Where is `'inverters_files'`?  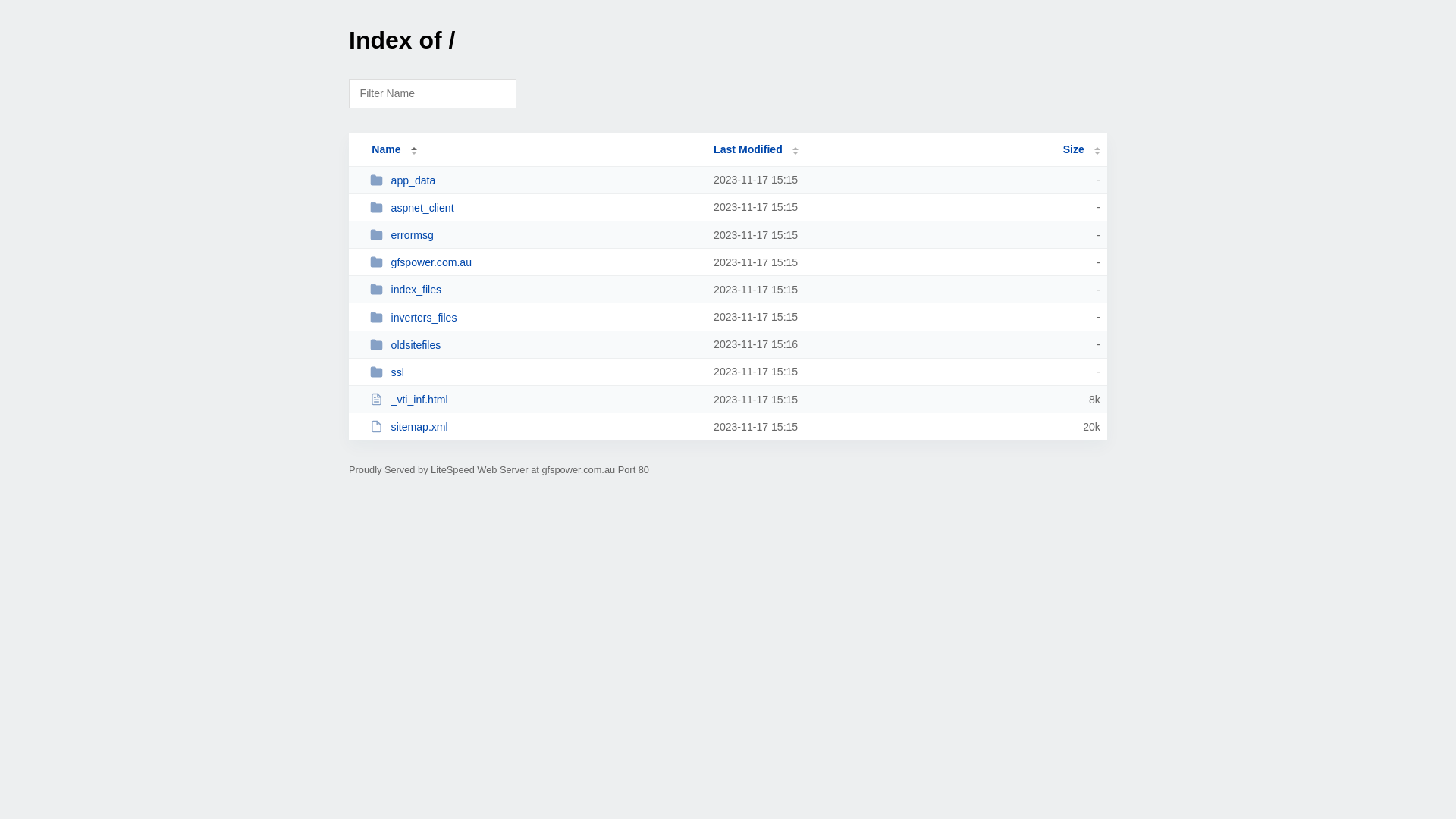
'inverters_files' is located at coordinates (370, 316).